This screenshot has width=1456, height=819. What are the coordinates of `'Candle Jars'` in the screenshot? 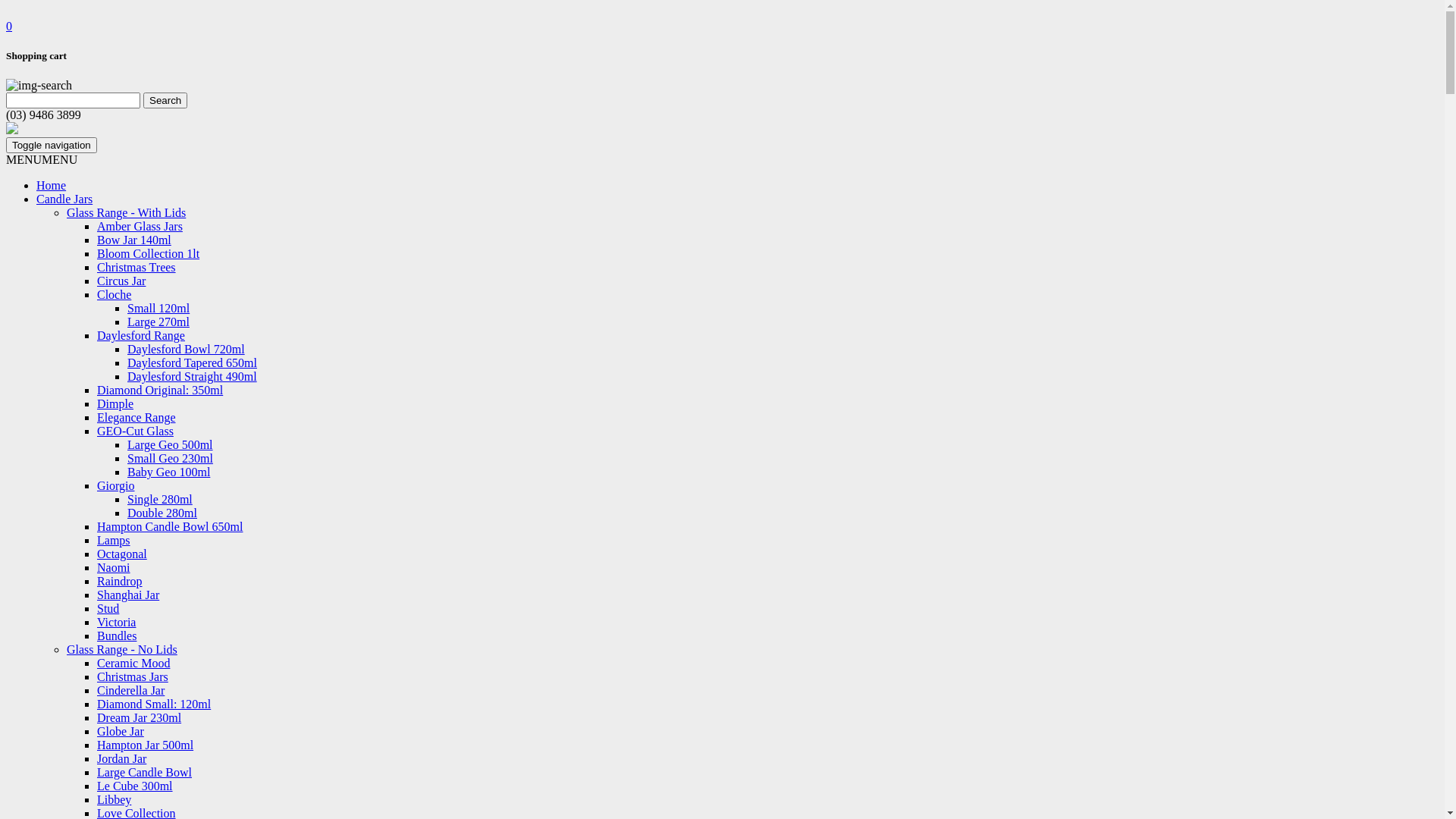 It's located at (64, 198).